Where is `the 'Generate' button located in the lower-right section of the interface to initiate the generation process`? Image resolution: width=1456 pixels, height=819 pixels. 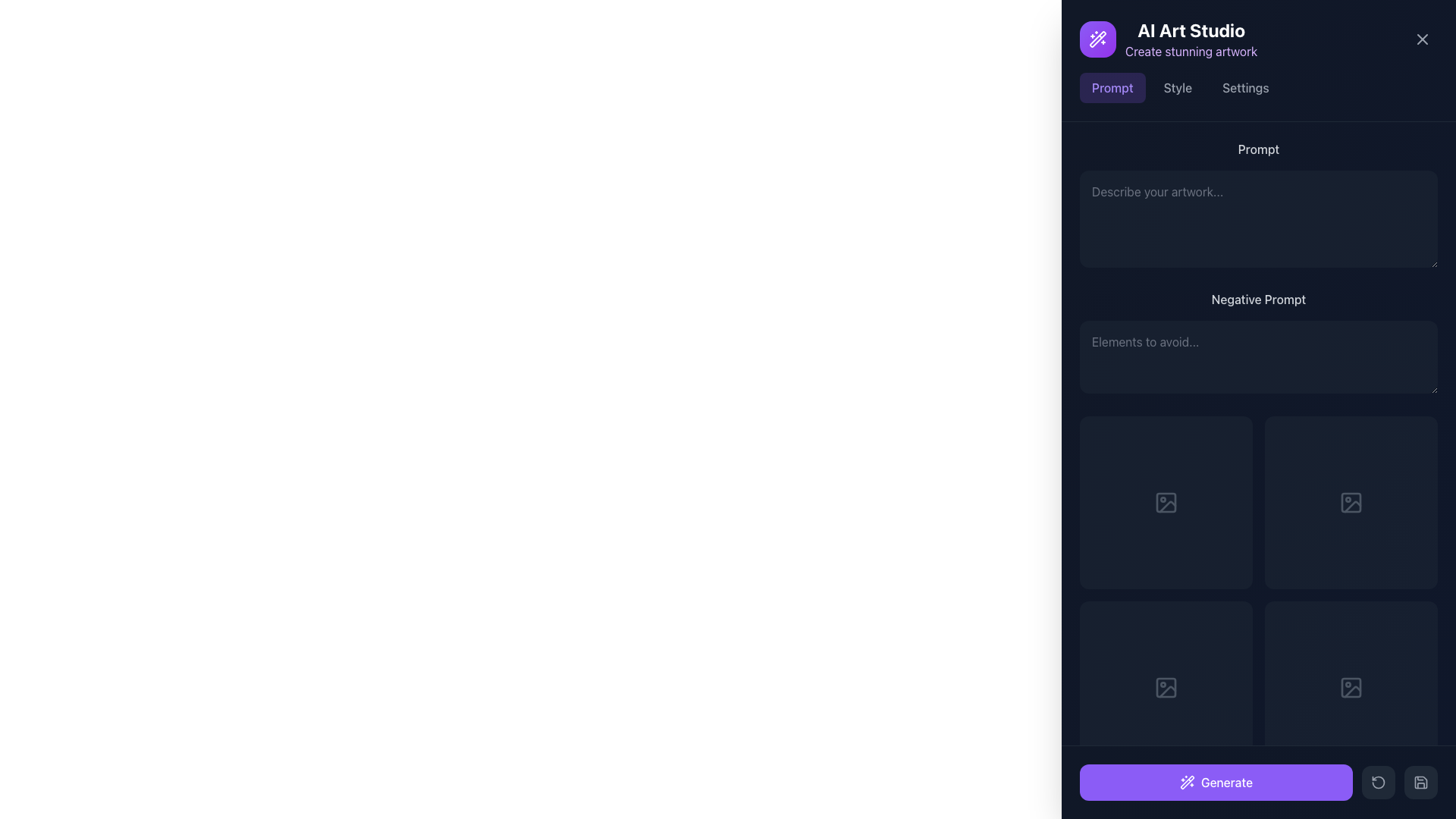
the 'Generate' button located in the lower-right section of the interface to initiate the generation process is located at coordinates (1259, 783).